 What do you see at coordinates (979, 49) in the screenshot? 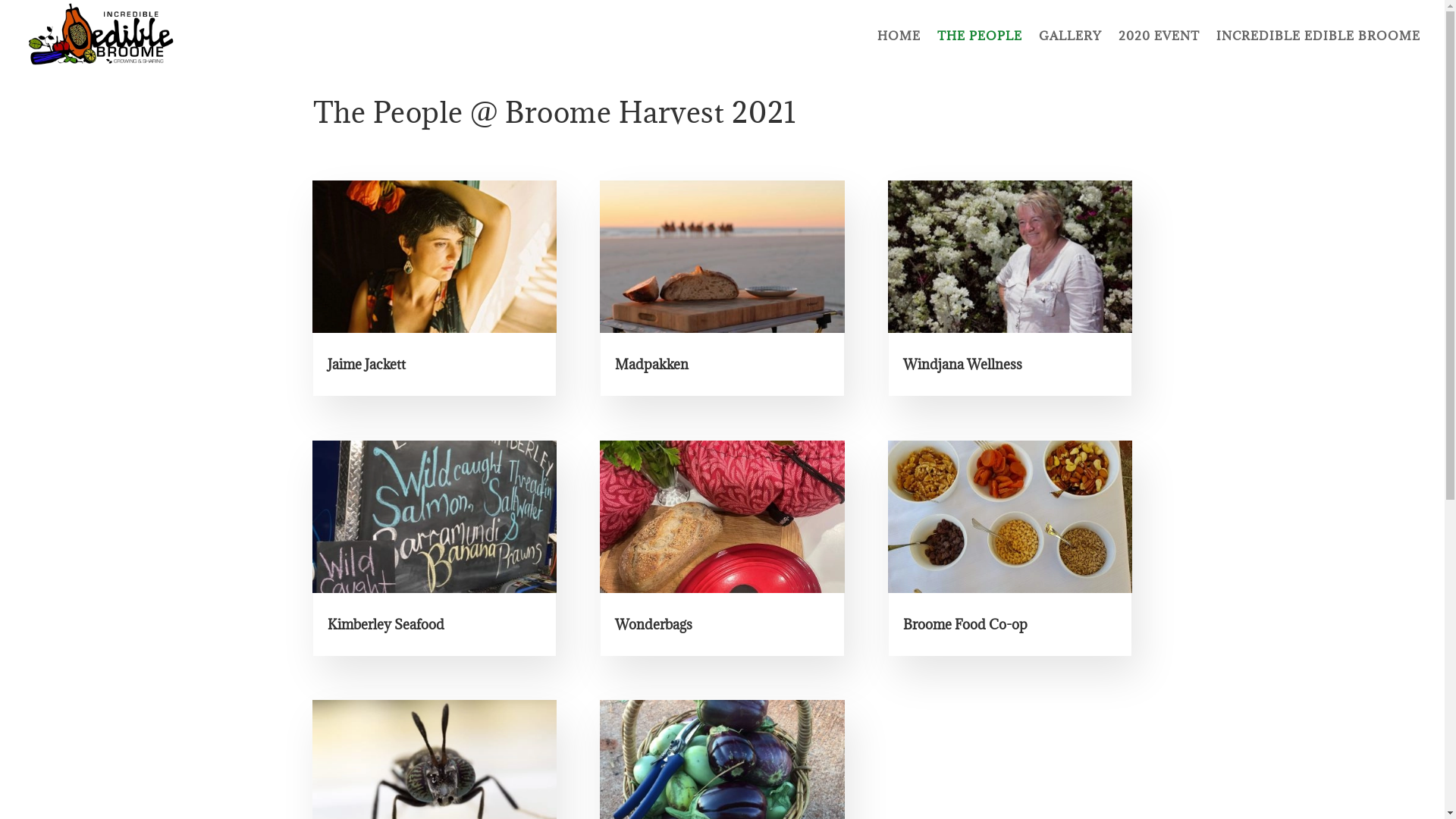
I see `'THE PEOPLE'` at bounding box center [979, 49].